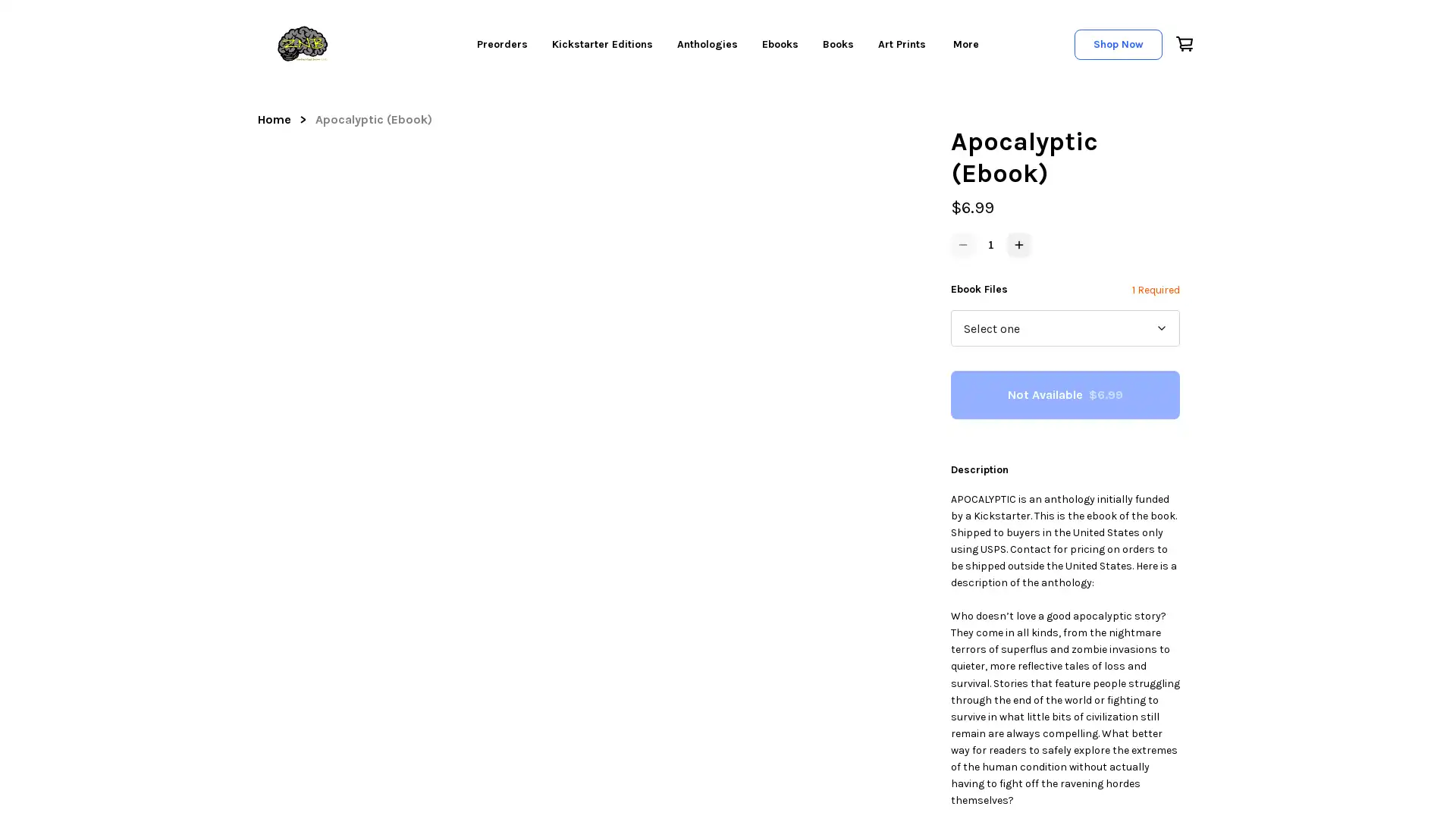  Describe the element at coordinates (1065, 394) in the screenshot. I see `Not Available $6.99` at that location.